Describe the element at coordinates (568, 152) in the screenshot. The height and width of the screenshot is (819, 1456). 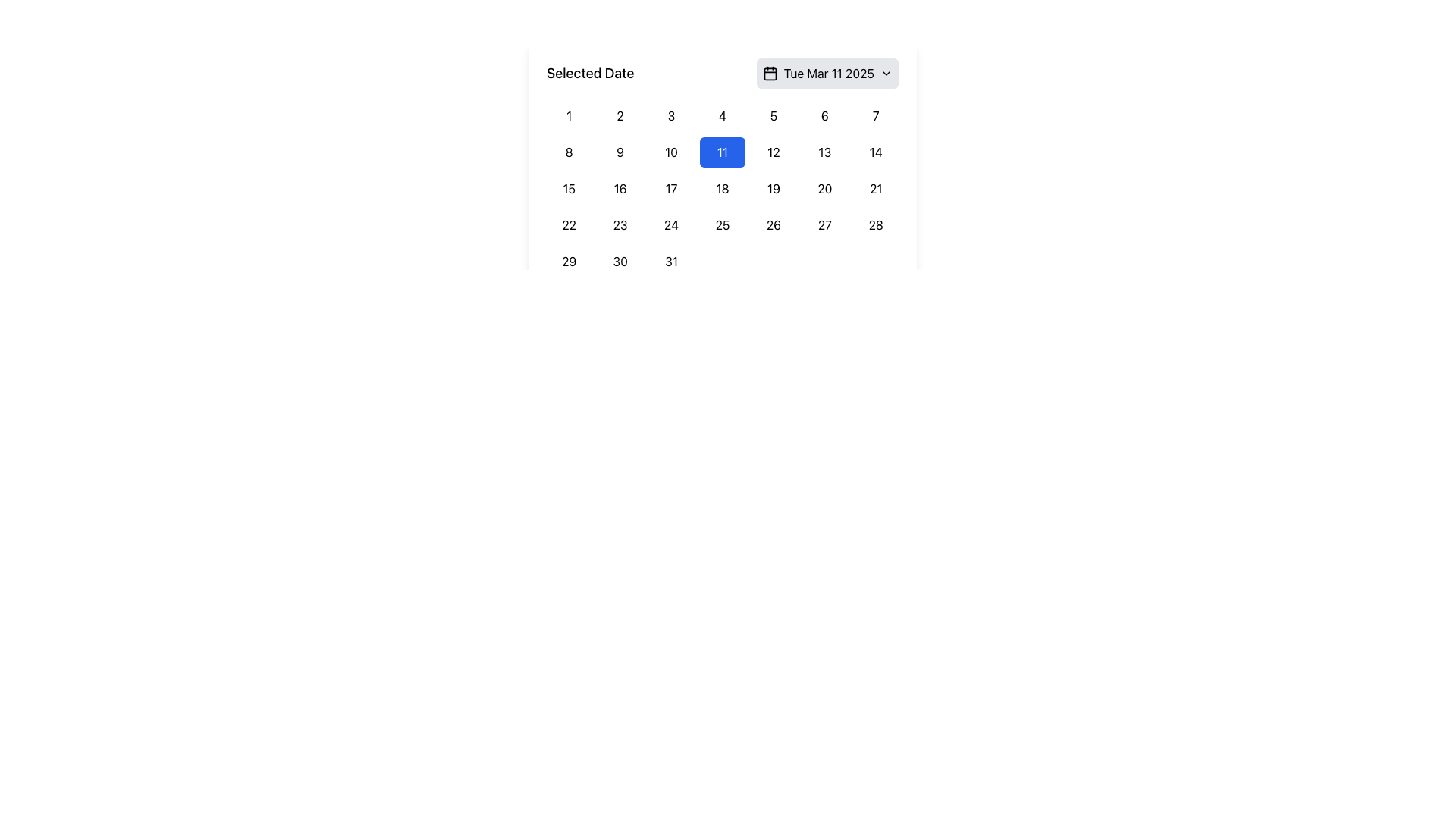
I see `the Day cell displaying the number '8' in the calendar interface, located in the second row and first column of the grid layout` at that location.